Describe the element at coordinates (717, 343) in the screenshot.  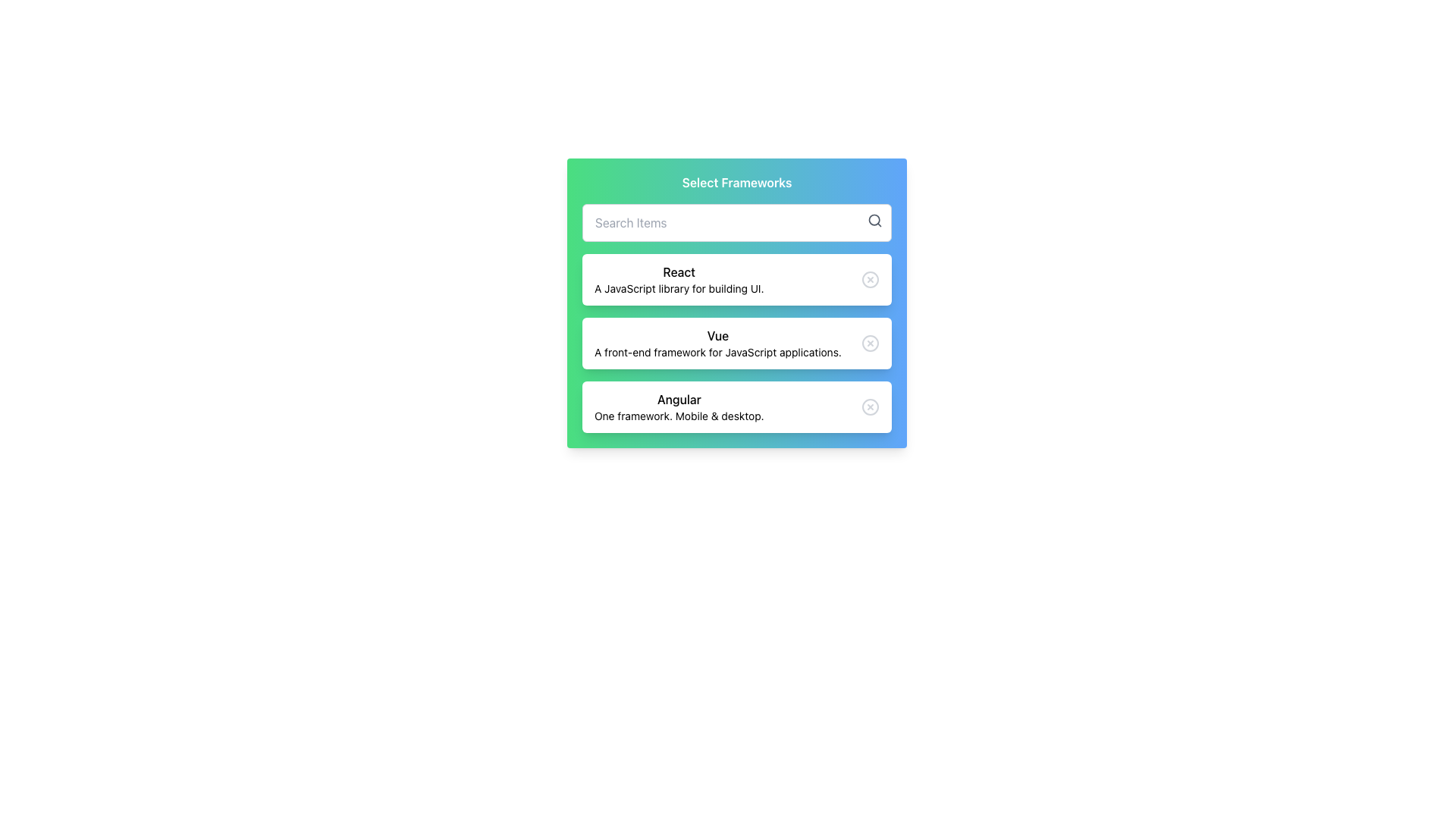
I see `the 'Vue' JavaScript framework option within the selection menu` at that location.